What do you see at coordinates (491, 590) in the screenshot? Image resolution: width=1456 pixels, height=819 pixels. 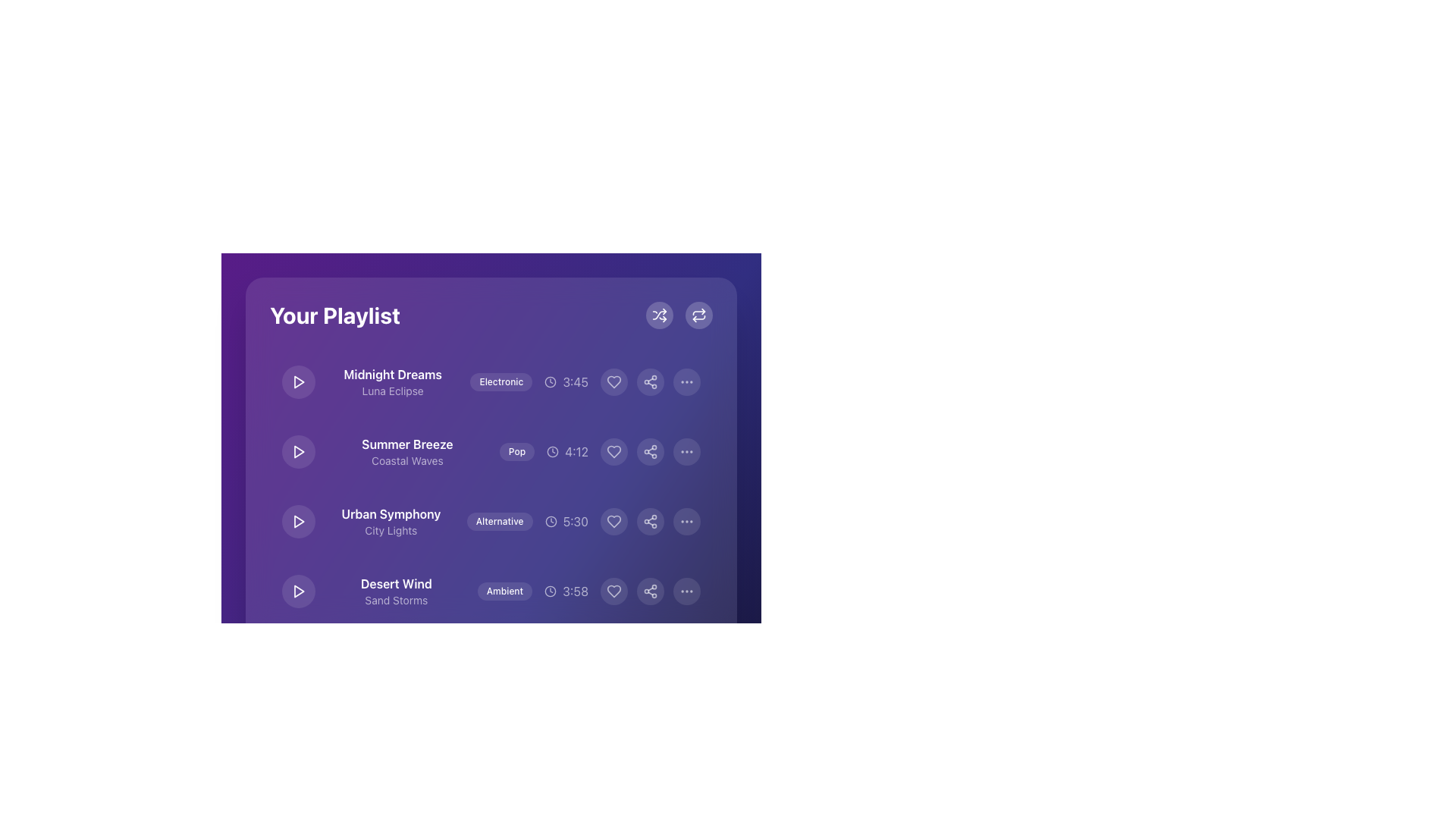 I see `the playlist item titled 'Desert Wind' with subtitle 'Sand Storms'` at bounding box center [491, 590].